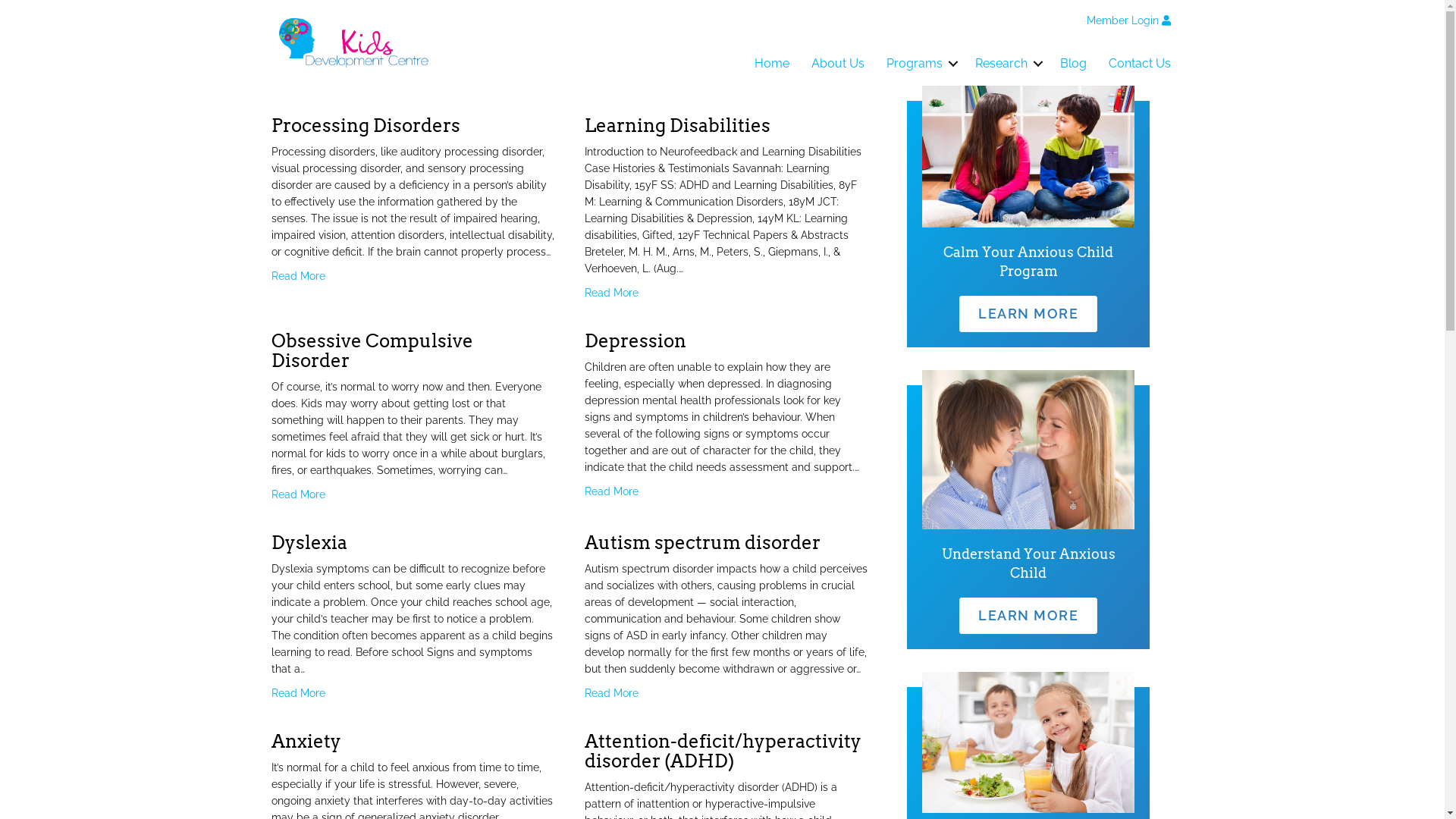 The image size is (1456, 819). Describe the element at coordinates (1028, 156) in the screenshot. I see `'Two Kids Together'` at that location.